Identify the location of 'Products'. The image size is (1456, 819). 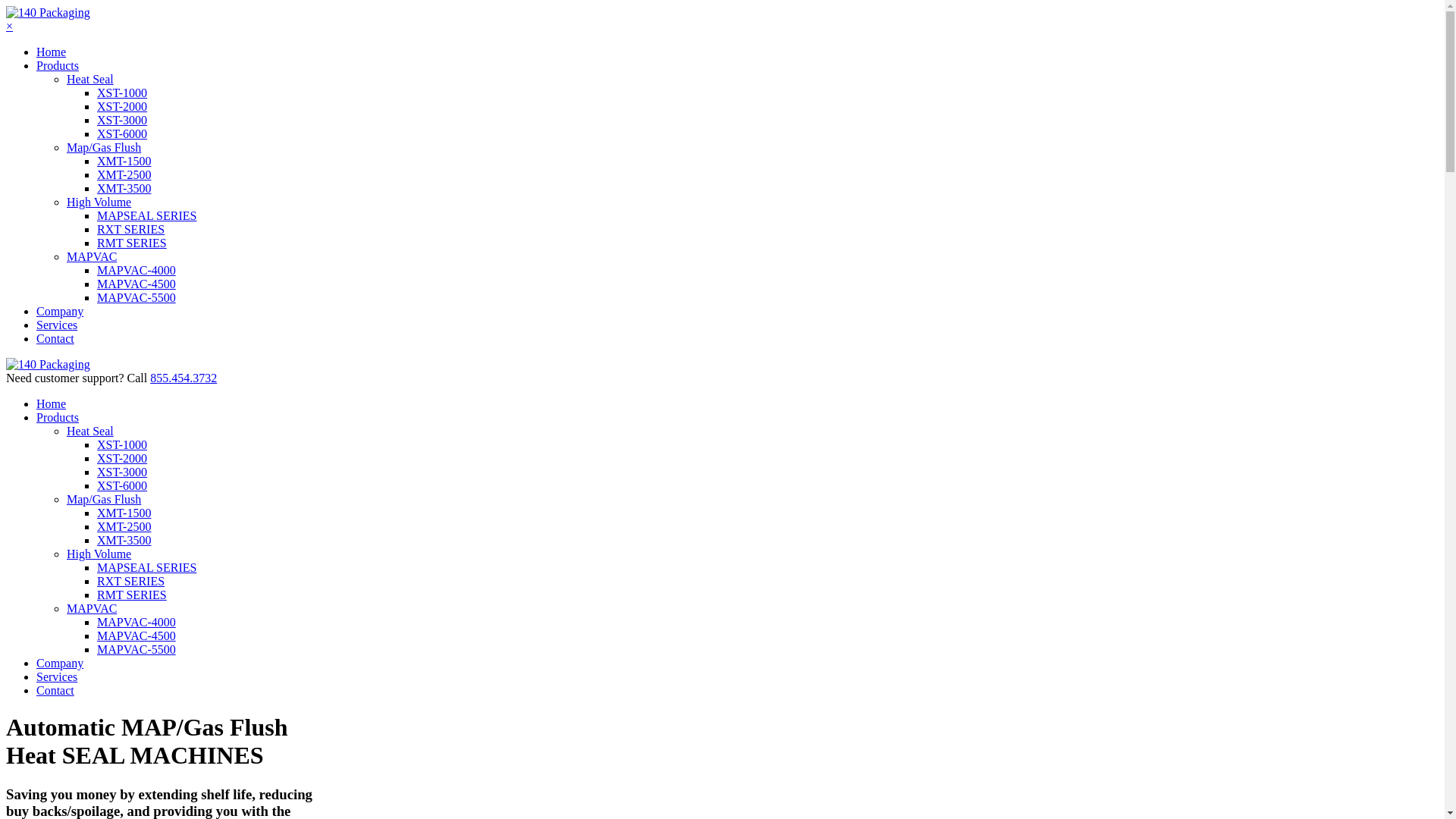
(58, 64).